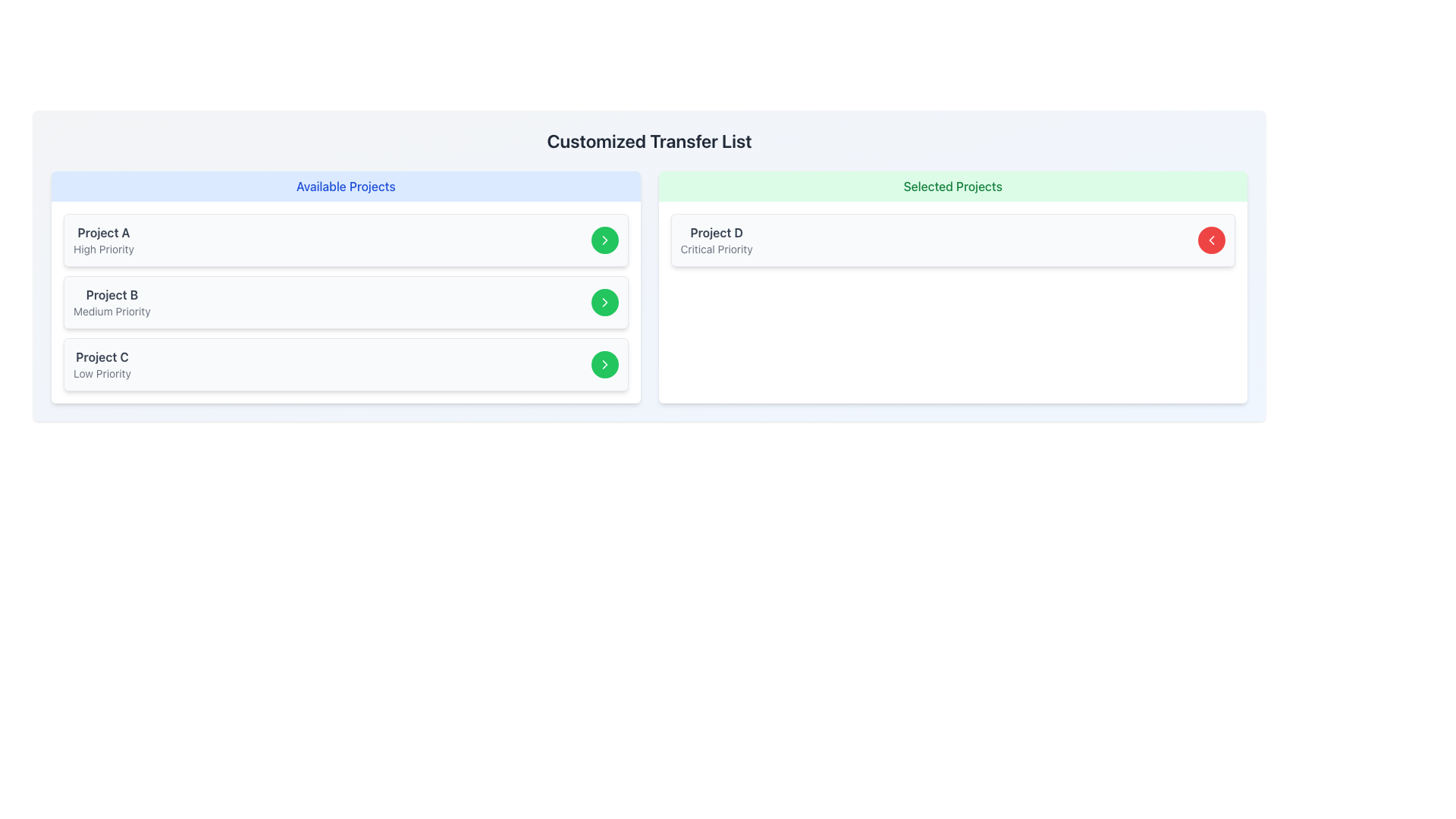 The height and width of the screenshot is (819, 1456). Describe the element at coordinates (1211, 239) in the screenshot. I see `the button to remove 'Project D - Critical Priority' from the 'Selected Projects' list by setting the keyboard focus on it` at that location.